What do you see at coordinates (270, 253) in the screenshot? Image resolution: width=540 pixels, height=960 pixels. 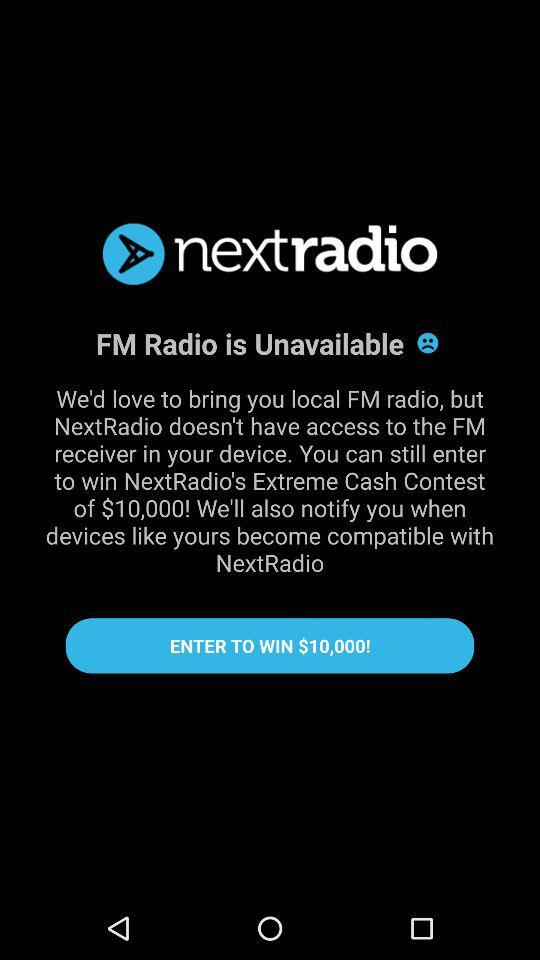 I see `nextradio` at bounding box center [270, 253].